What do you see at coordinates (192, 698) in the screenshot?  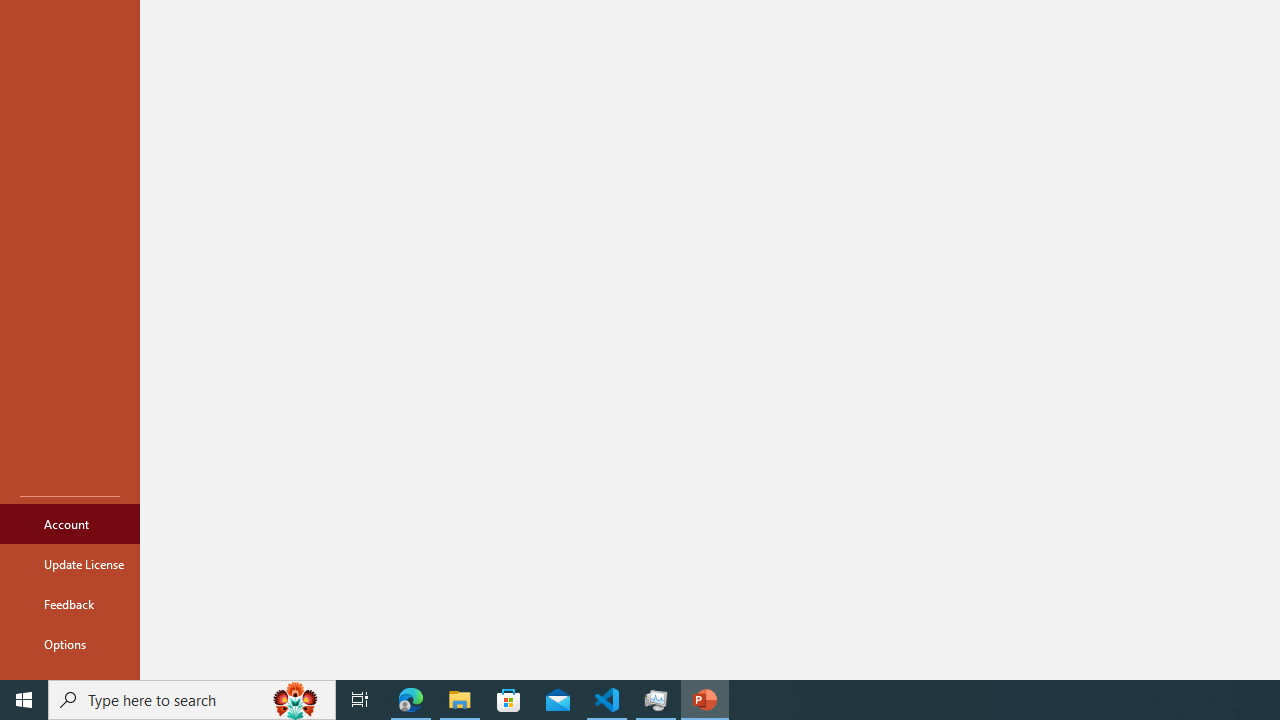 I see `'Type here to search'` at bounding box center [192, 698].